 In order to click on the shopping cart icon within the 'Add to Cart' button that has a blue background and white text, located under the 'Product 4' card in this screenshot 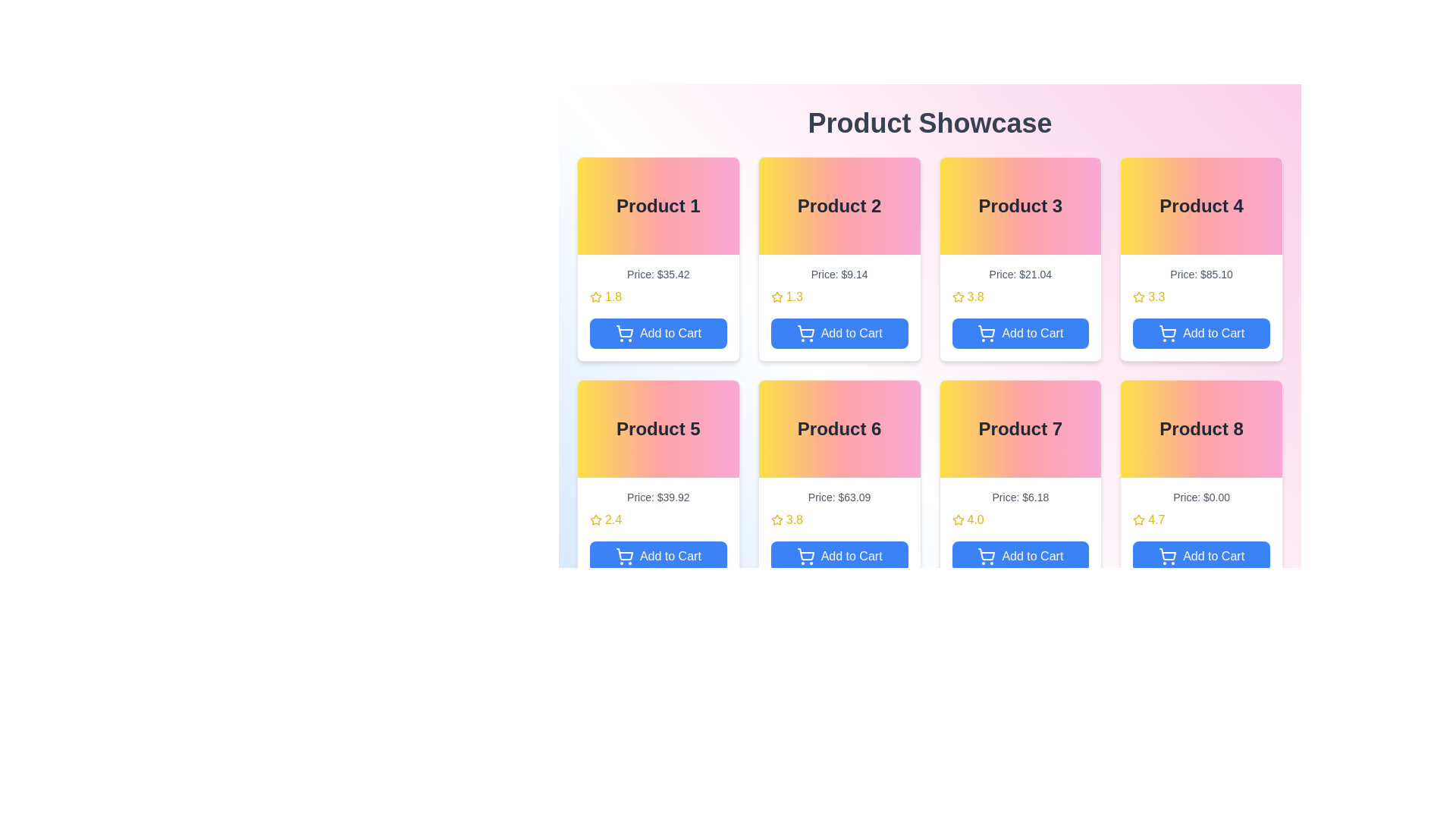, I will do `click(1167, 332)`.